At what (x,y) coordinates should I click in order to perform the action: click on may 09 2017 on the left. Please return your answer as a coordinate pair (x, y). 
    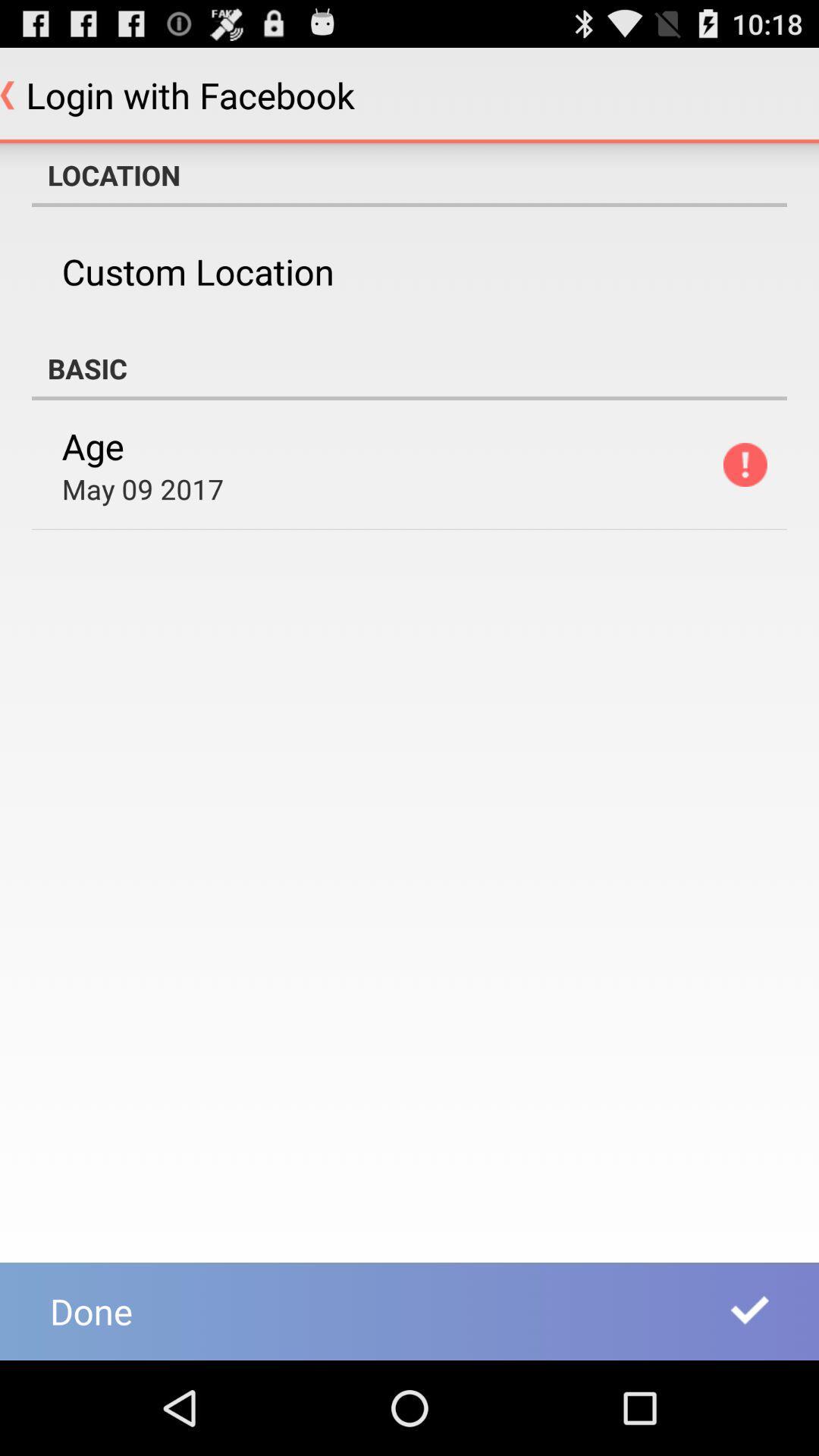
    Looking at the image, I should click on (143, 488).